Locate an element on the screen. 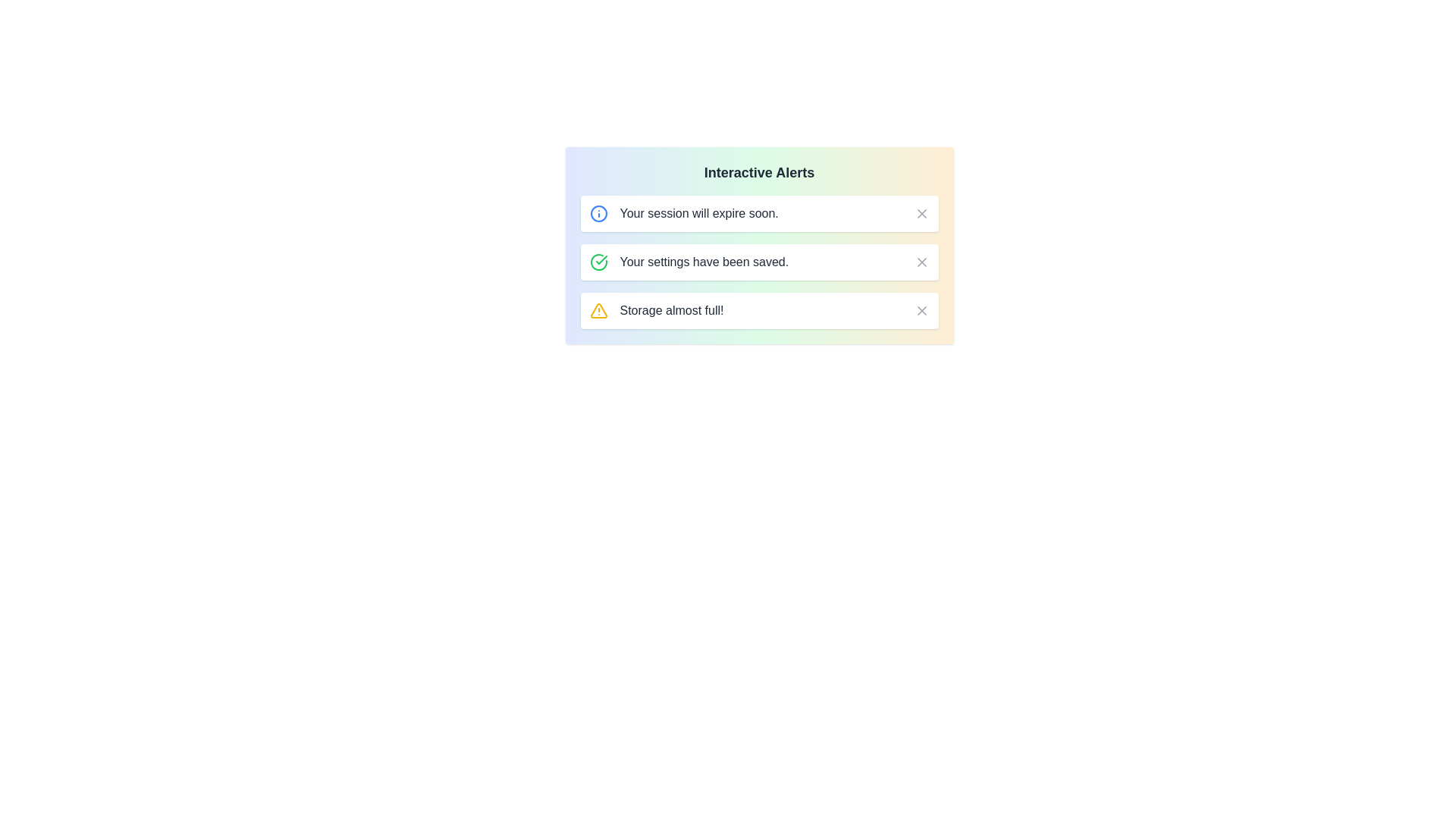  the green circular icon containing a check mark, which indicates that settings have been saved is located at coordinates (598, 262).